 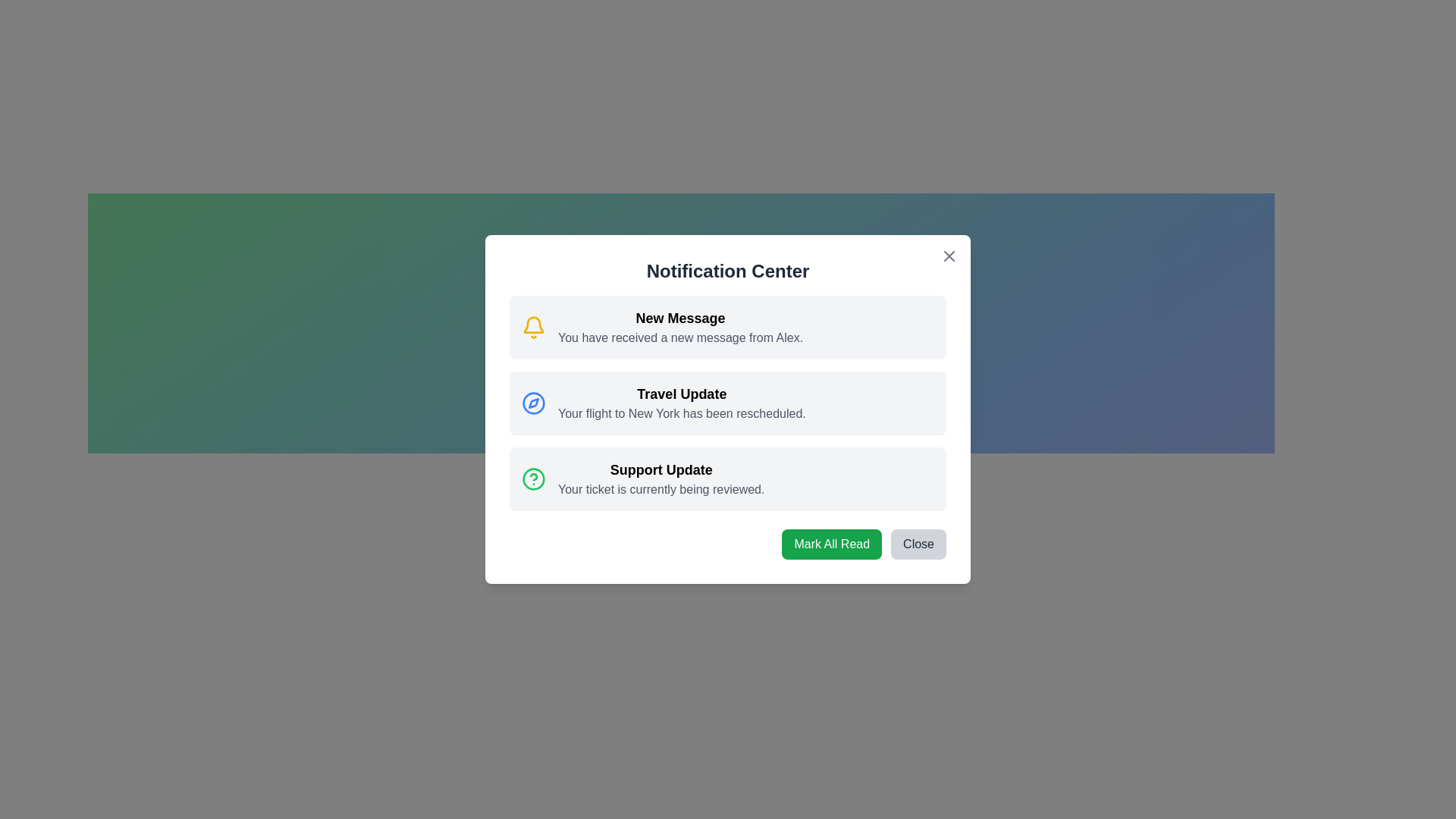 I want to click on the SVG circle indicating the 'Support Update' notification in the Notification Center, so click(x=534, y=479).